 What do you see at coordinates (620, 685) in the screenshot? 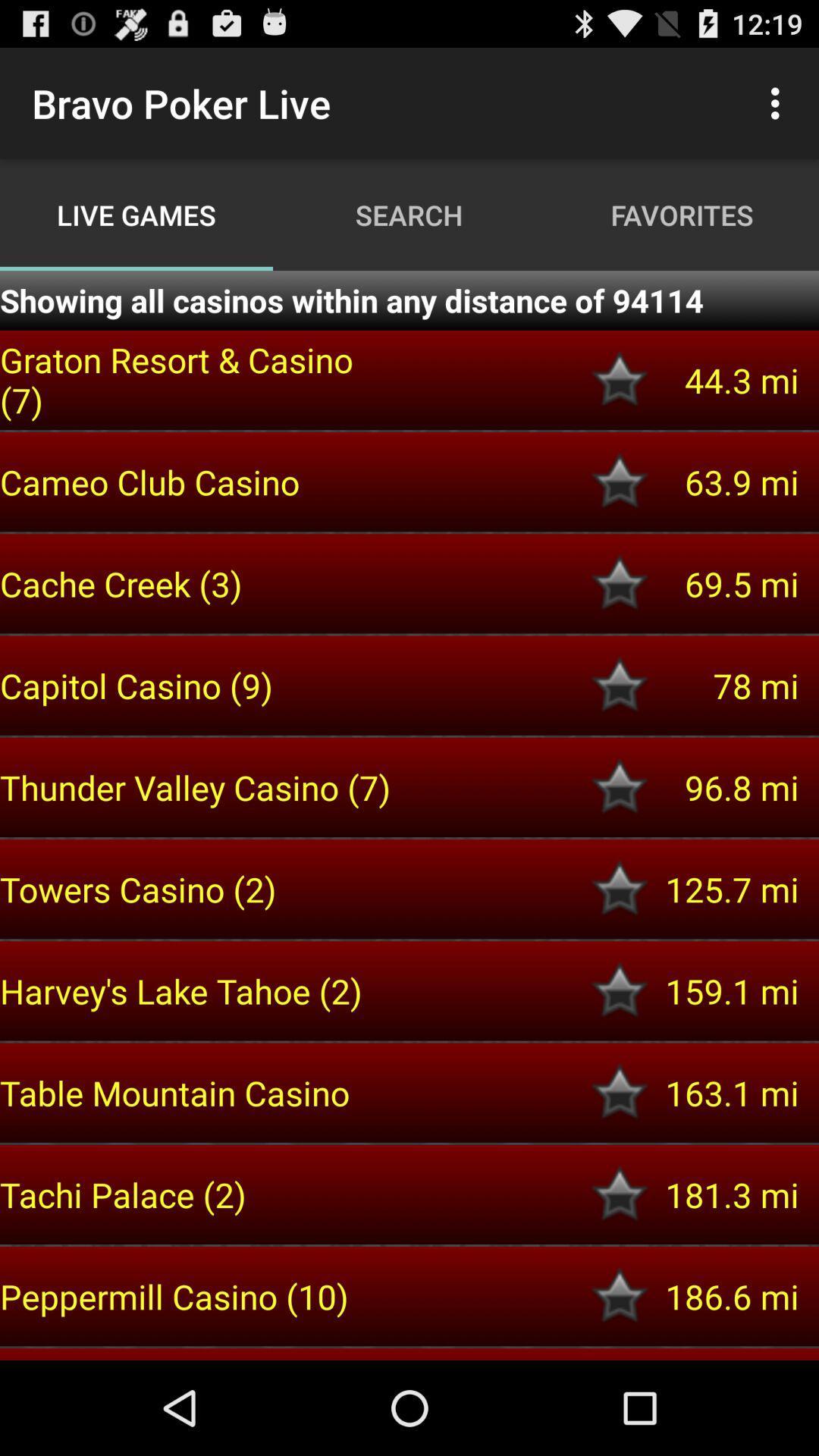
I see `as favorite` at bounding box center [620, 685].